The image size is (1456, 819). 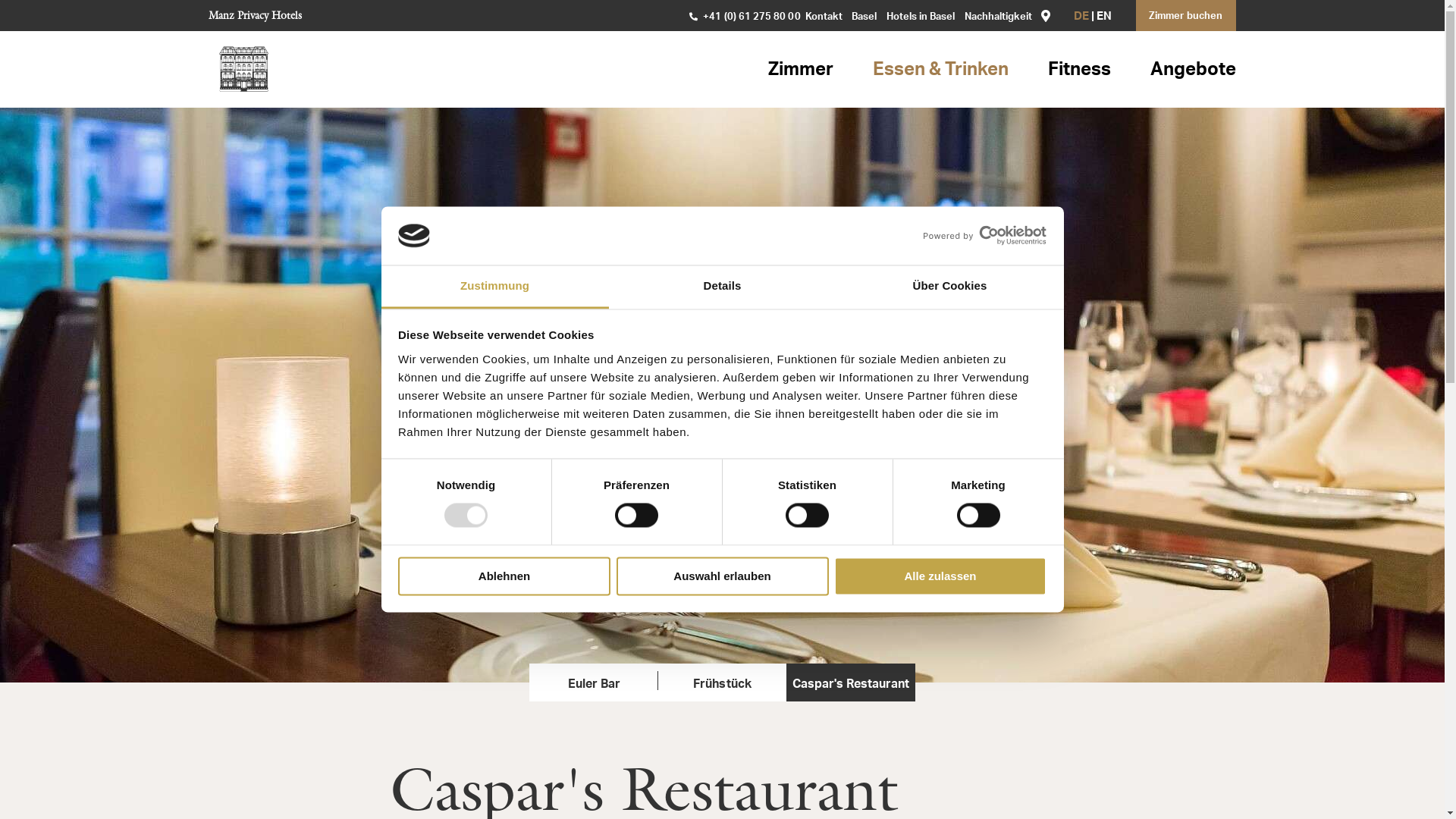 I want to click on 'Angebote', so click(x=1192, y=70).